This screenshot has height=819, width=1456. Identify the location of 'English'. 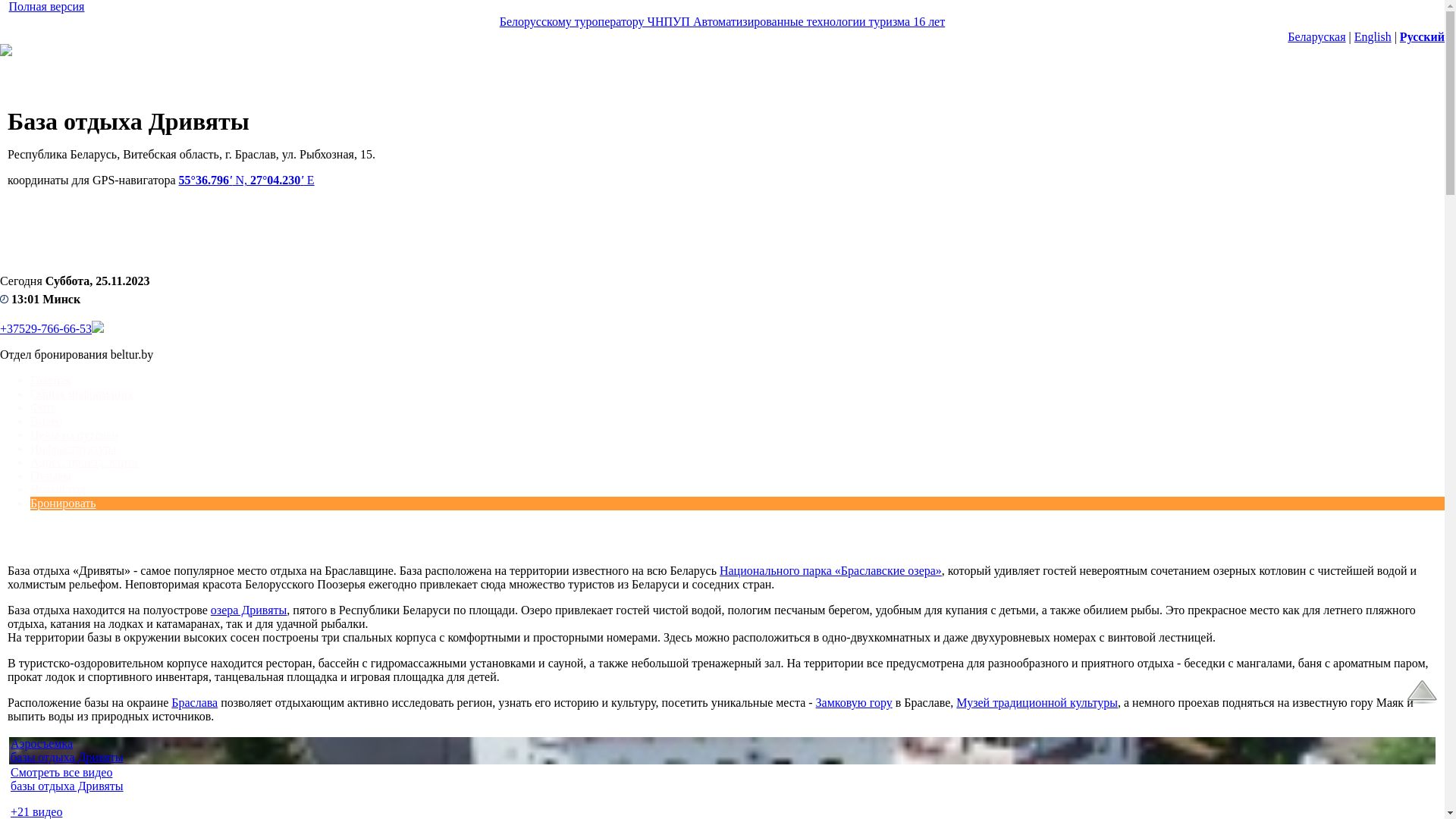
(1373, 36).